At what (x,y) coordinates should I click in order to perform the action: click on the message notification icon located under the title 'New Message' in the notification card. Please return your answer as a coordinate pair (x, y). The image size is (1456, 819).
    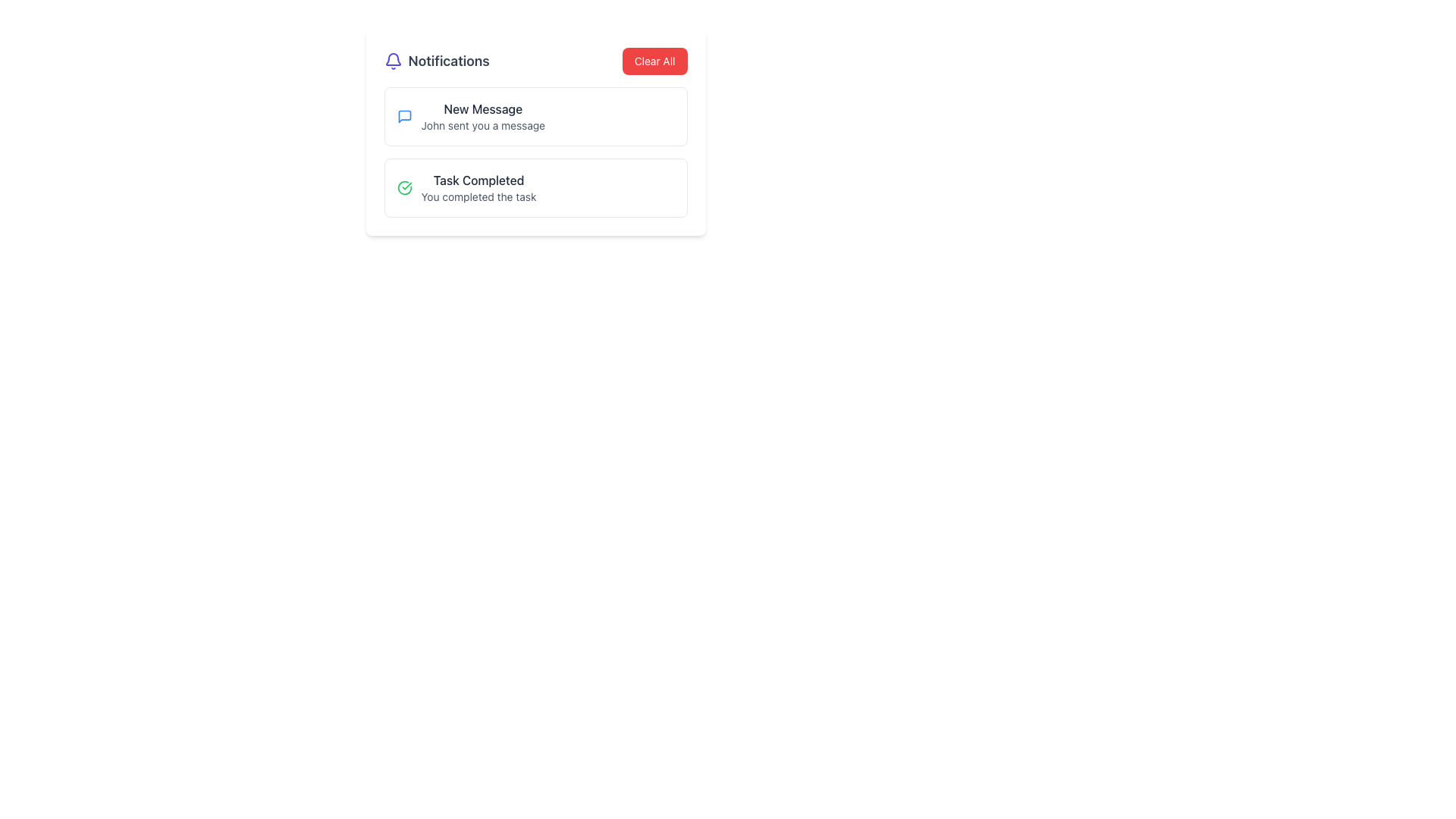
    Looking at the image, I should click on (404, 116).